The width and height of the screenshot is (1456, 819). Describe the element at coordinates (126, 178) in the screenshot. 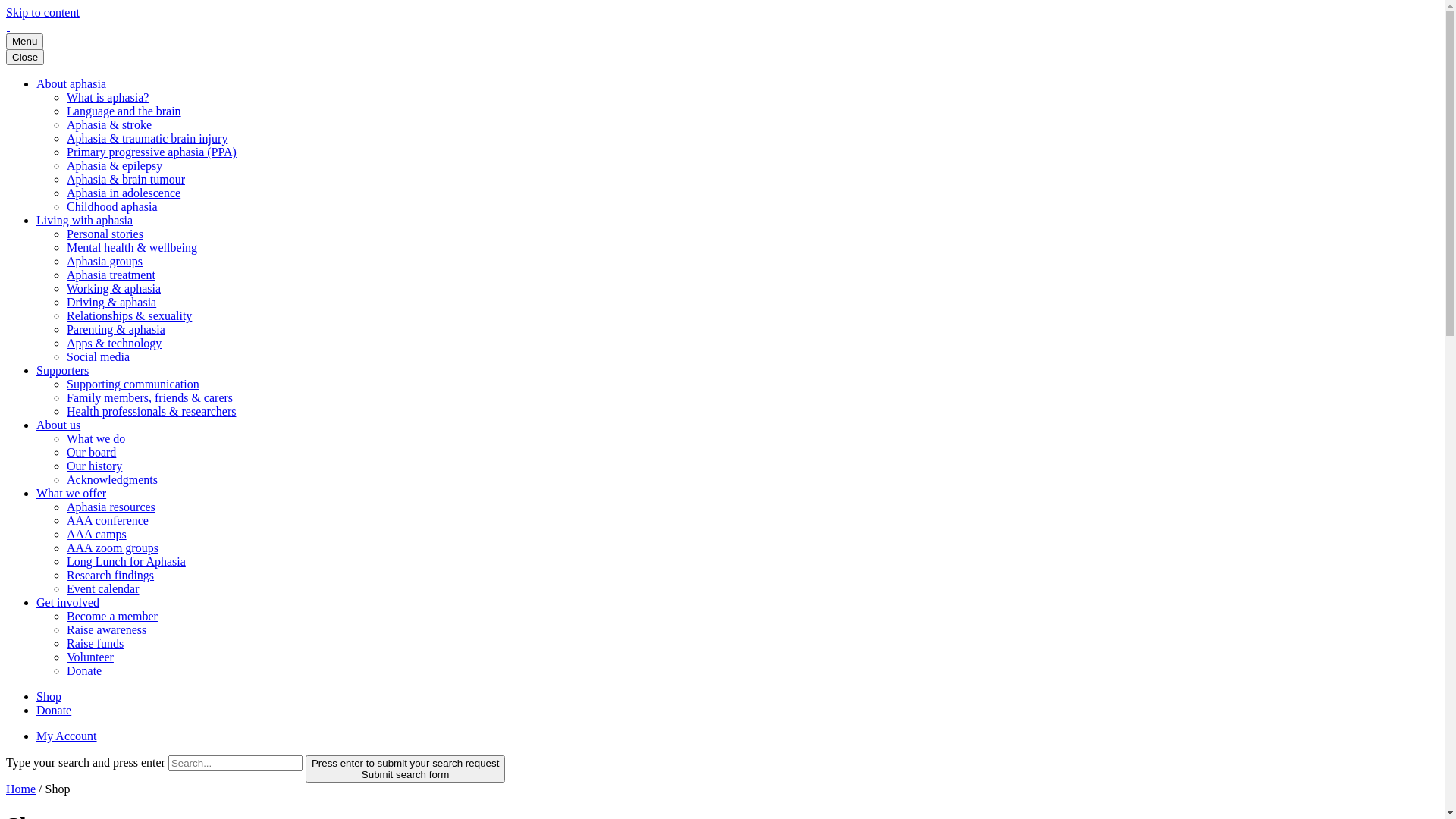

I see `'Aphasia & brain tumour'` at that location.